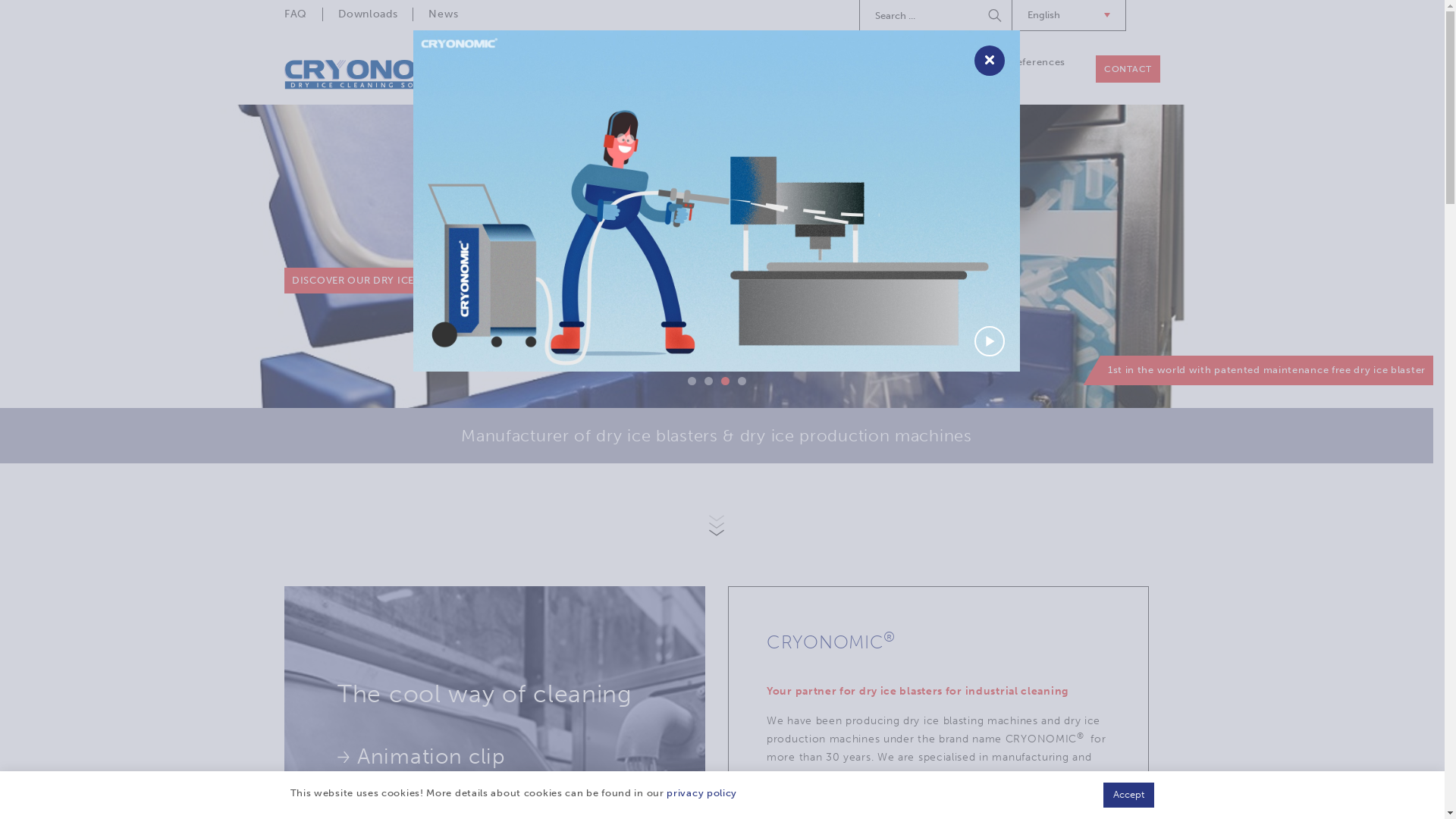  What do you see at coordinates (603, 61) in the screenshot?
I see `'Company'` at bounding box center [603, 61].